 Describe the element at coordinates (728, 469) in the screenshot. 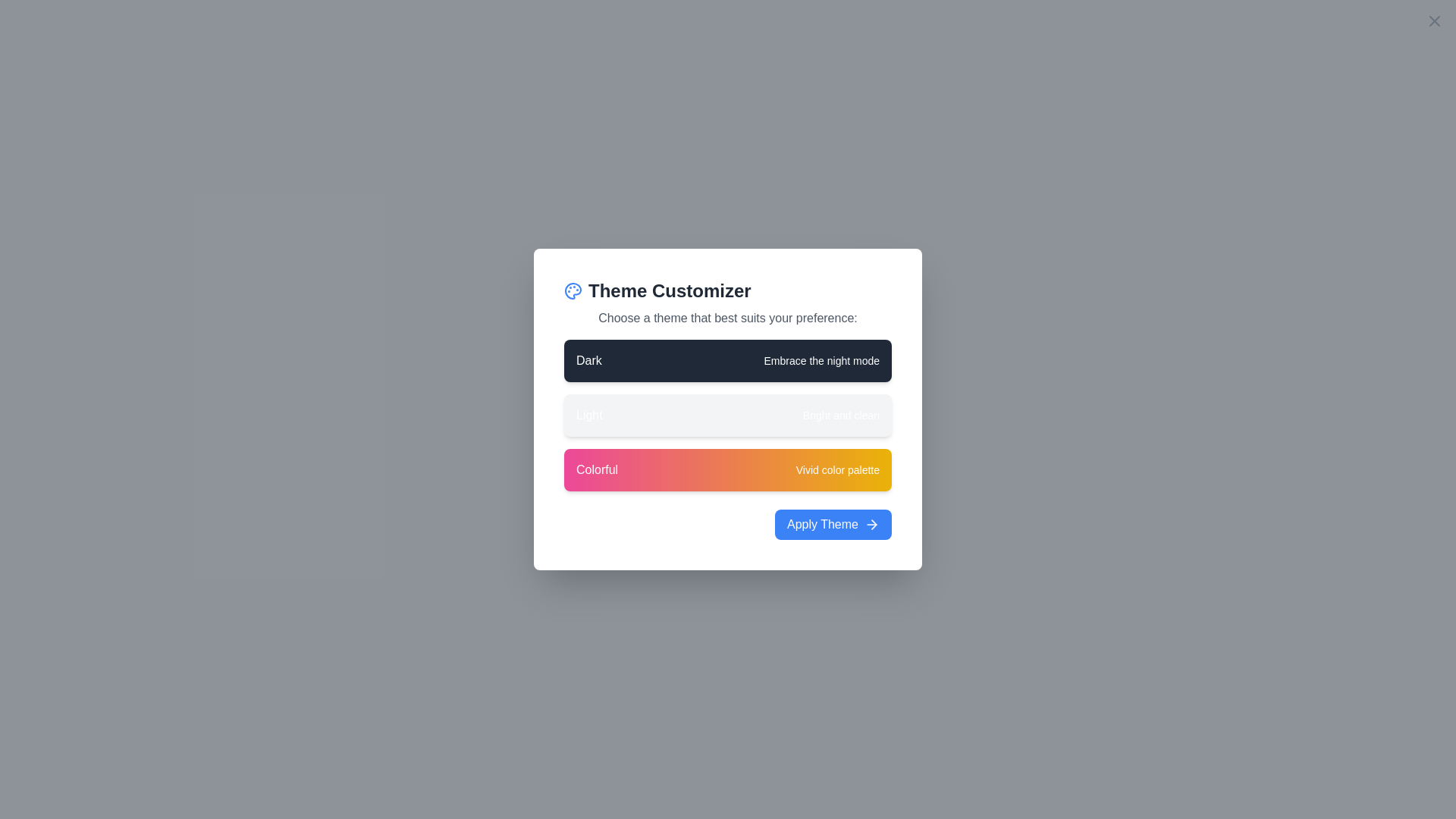

I see `the 'Colorful' theme button, which is the third button in a vertical stack located below the 'Dark' and 'Light' theme buttons` at that location.